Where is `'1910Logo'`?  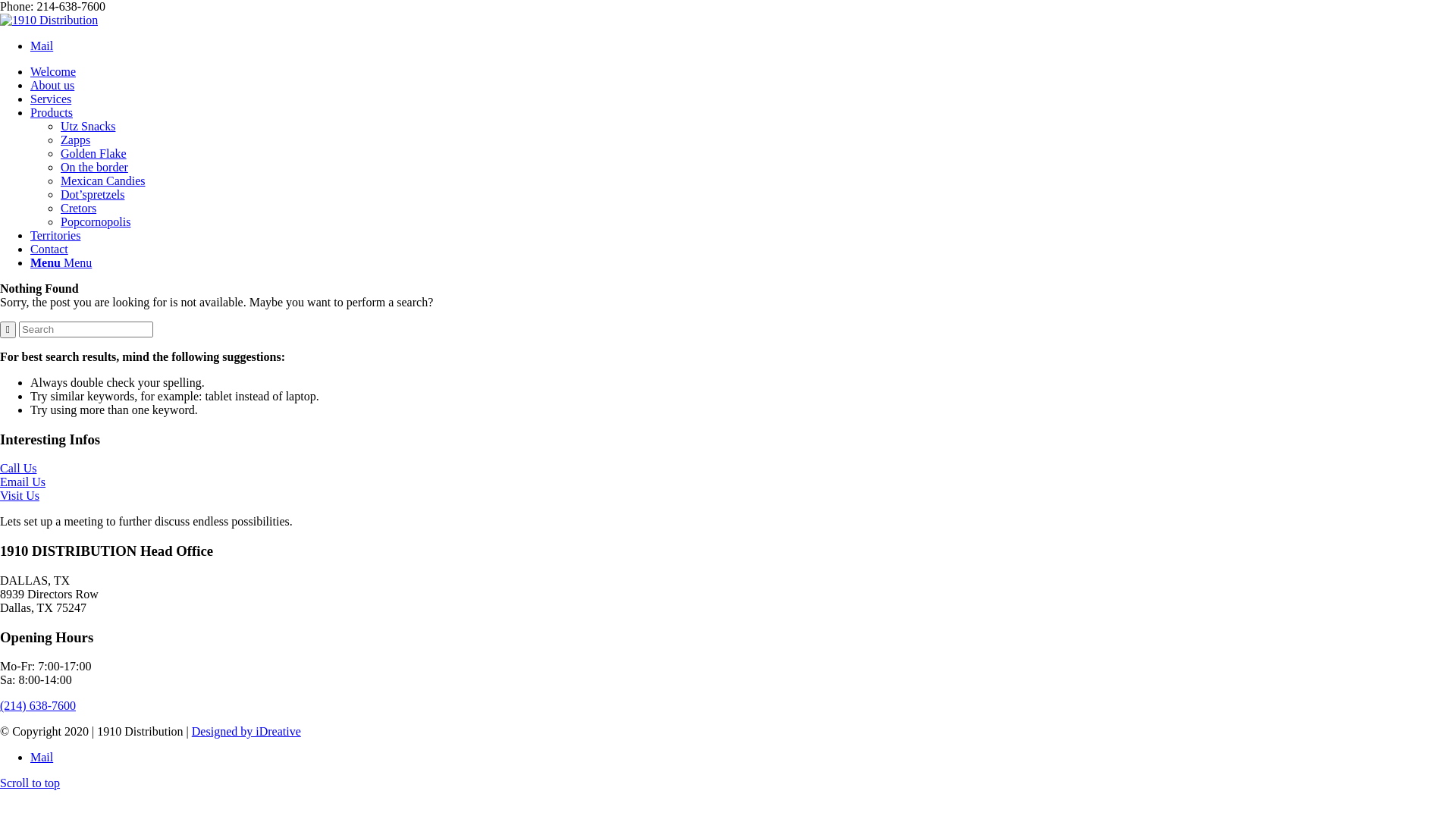 '1910Logo' is located at coordinates (49, 20).